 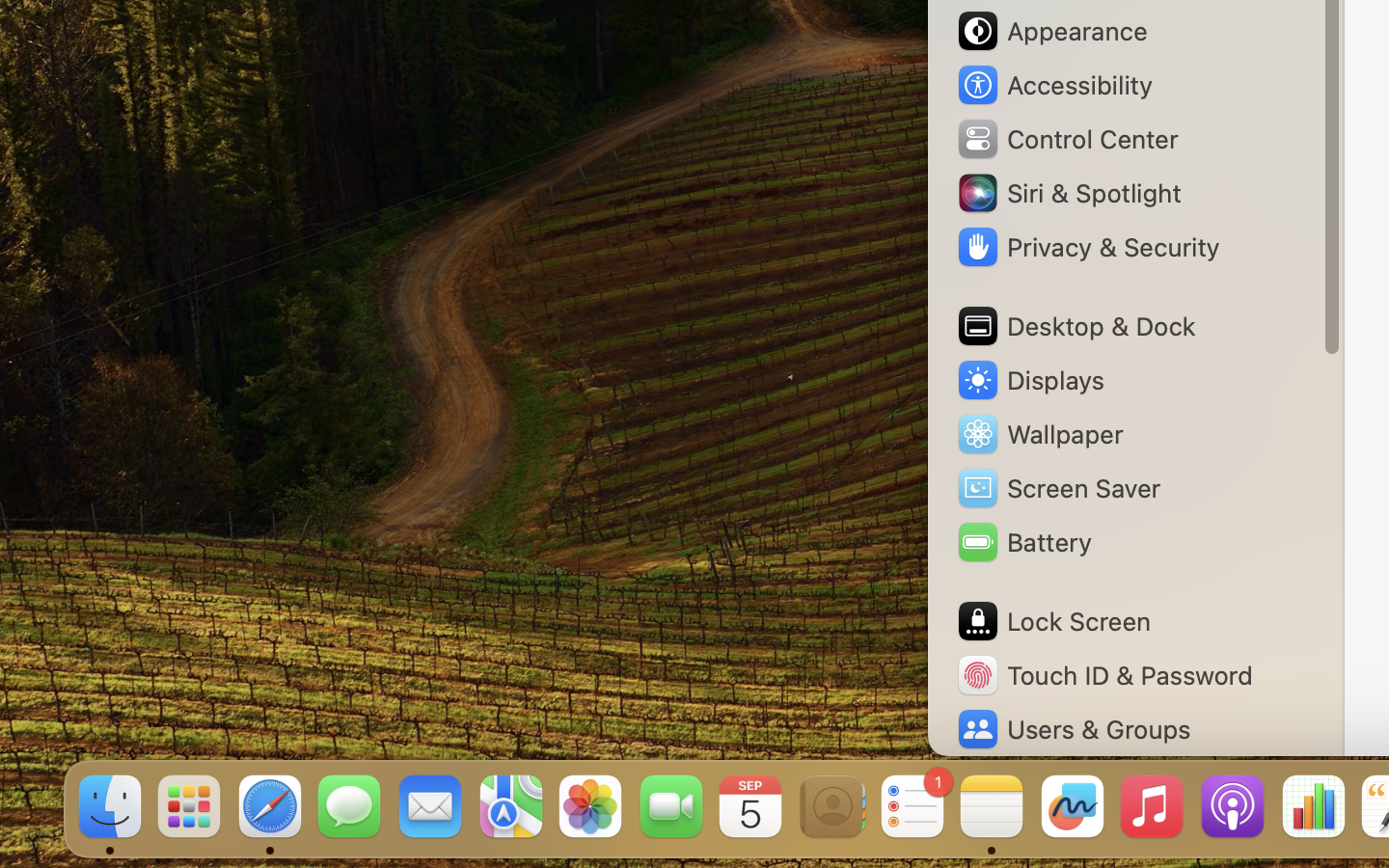 What do you see at coordinates (1051, 621) in the screenshot?
I see `'Lock Screen'` at bounding box center [1051, 621].